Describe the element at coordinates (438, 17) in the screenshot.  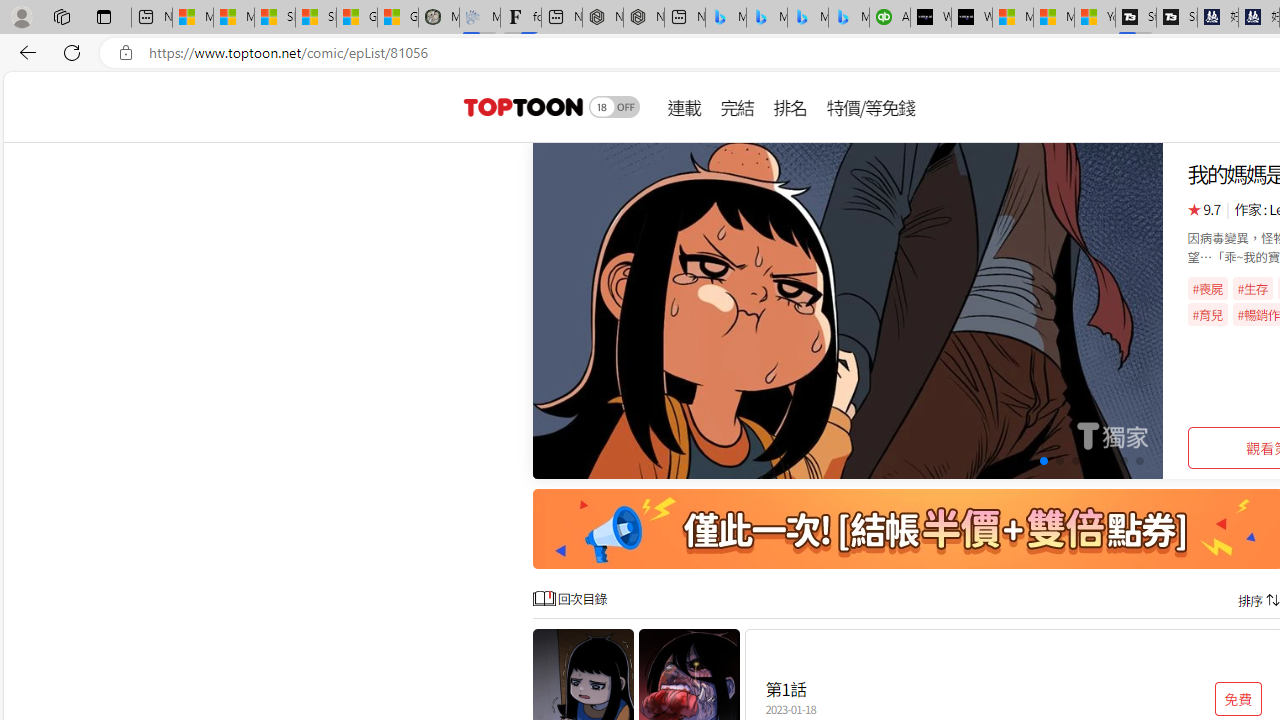
I see `'Manatee Mortality Statistics | FWC'` at that location.